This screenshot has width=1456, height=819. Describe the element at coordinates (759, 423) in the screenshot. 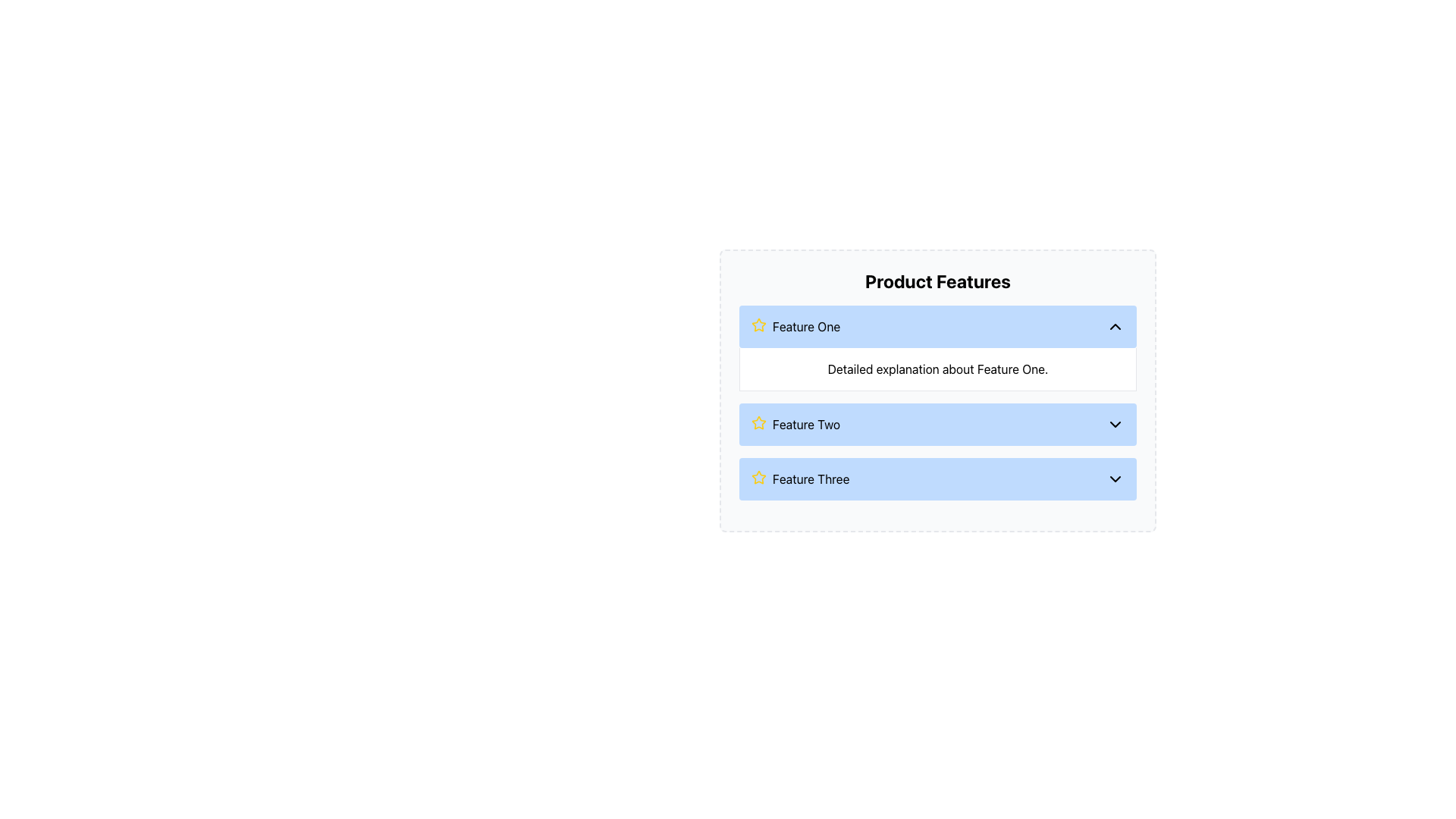

I see `the star icon that indicates a highlighted or featured item, adjacent to the text 'Feature Two'` at that location.